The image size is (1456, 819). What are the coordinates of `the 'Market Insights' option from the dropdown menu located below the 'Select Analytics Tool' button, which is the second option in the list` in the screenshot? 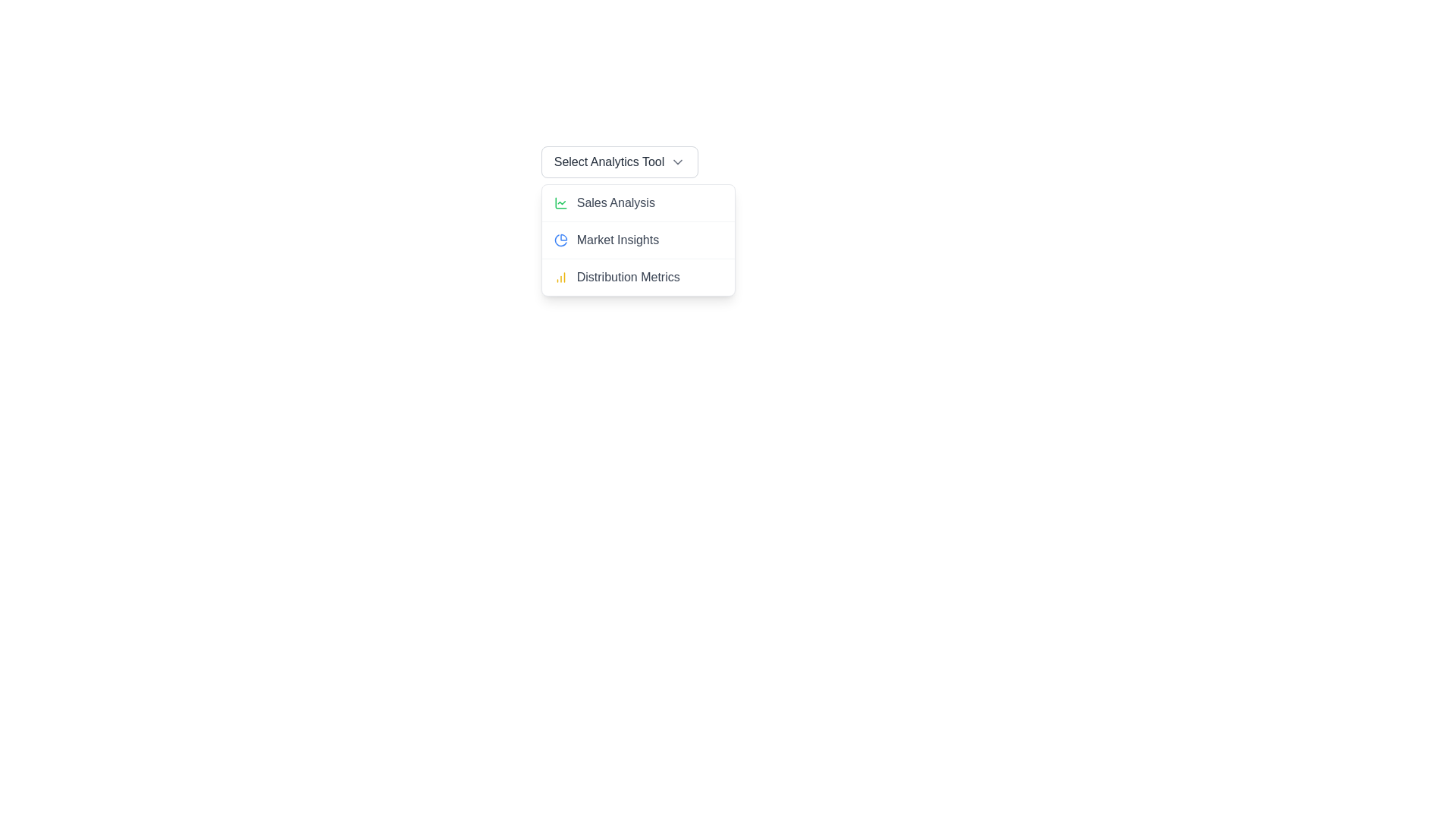 It's located at (638, 239).